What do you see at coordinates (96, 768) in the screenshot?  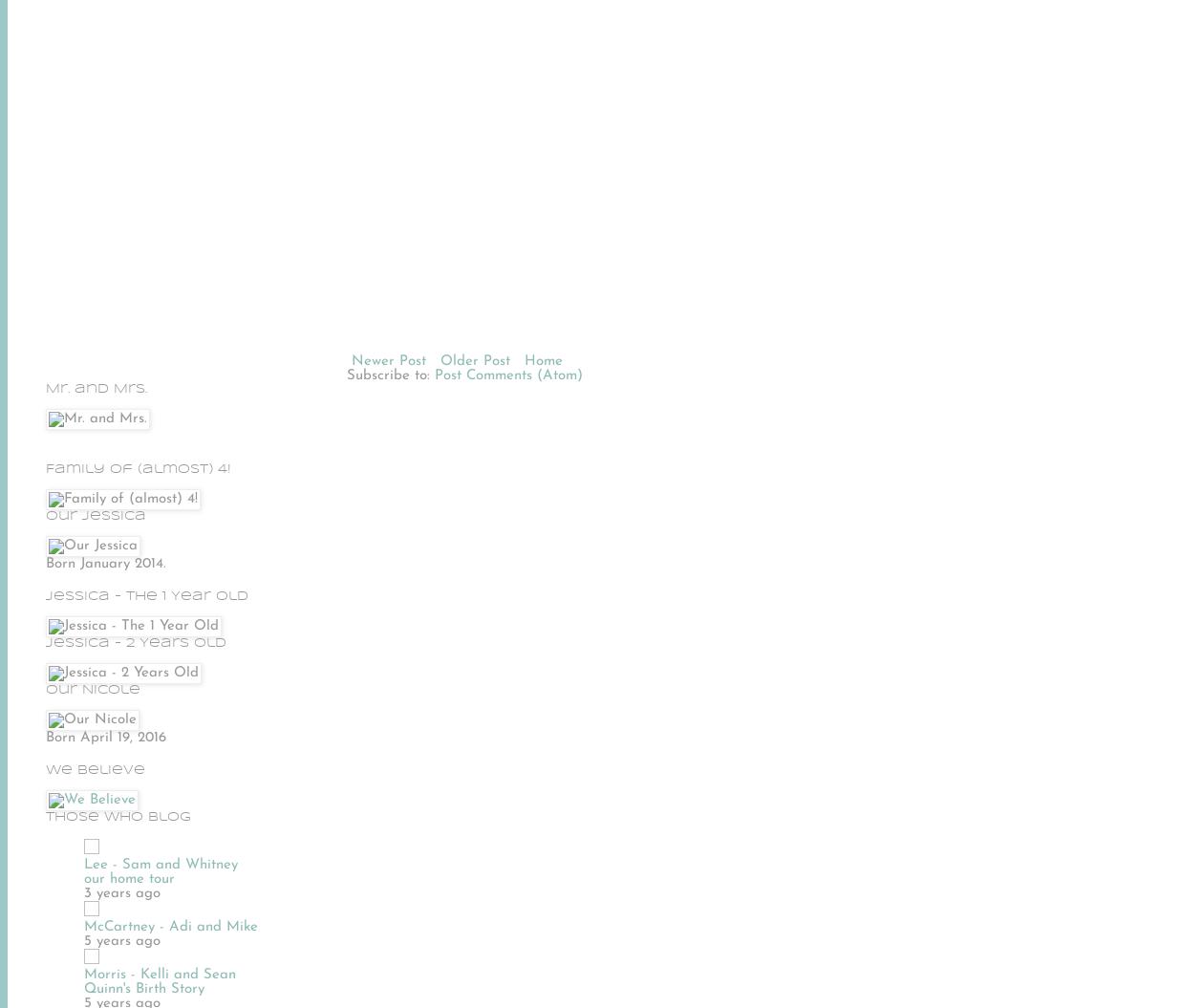 I see `'We Believe'` at bounding box center [96, 768].